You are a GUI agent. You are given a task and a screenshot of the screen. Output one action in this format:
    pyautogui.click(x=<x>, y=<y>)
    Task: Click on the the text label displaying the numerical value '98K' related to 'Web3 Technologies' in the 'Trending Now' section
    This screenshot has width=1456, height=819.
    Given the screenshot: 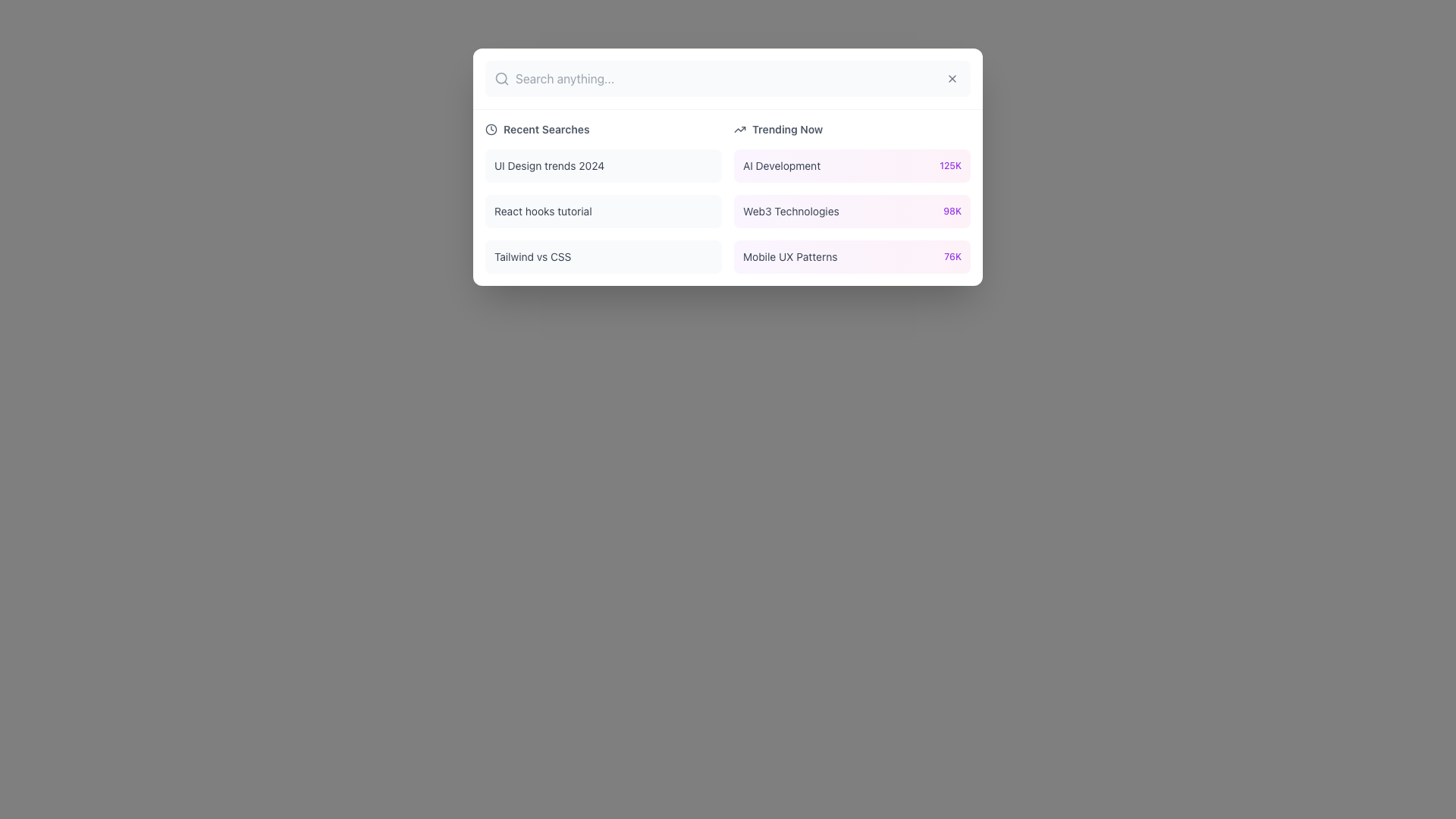 What is the action you would take?
    pyautogui.click(x=952, y=211)
    